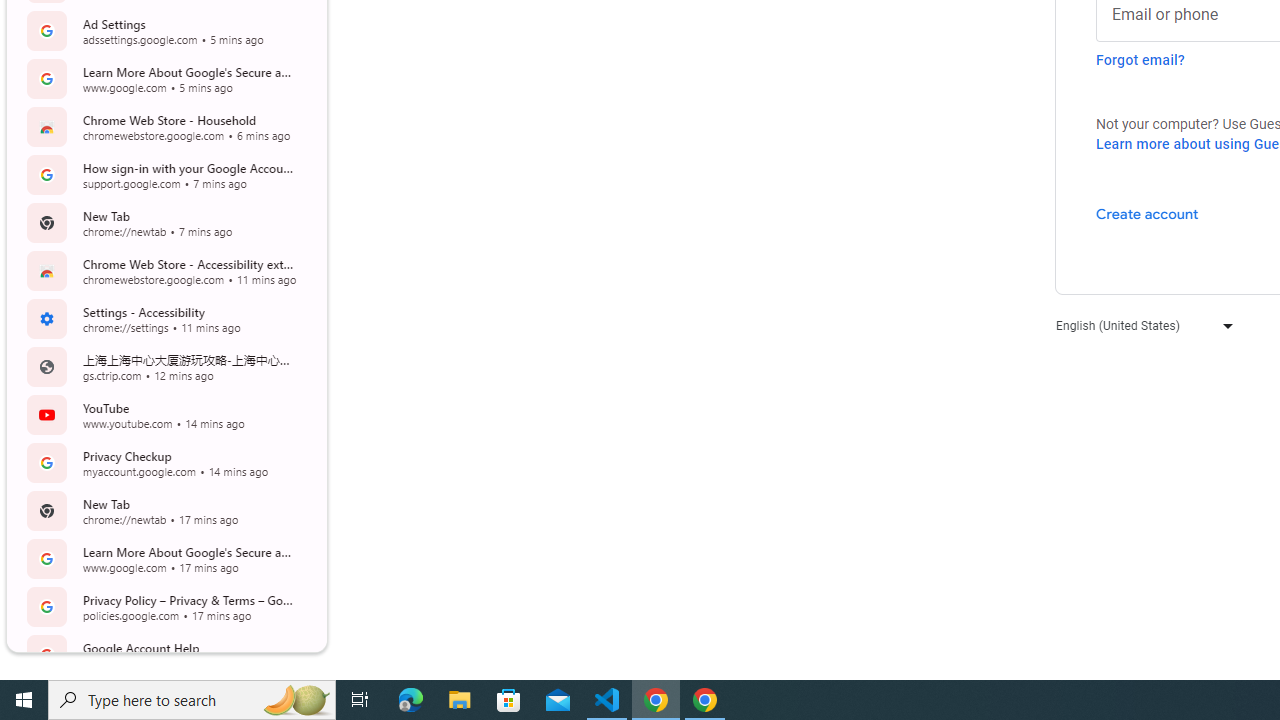 Image resolution: width=1280 pixels, height=720 pixels. What do you see at coordinates (1146, 213) in the screenshot?
I see `'Create account'` at bounding box center [1146, 213].